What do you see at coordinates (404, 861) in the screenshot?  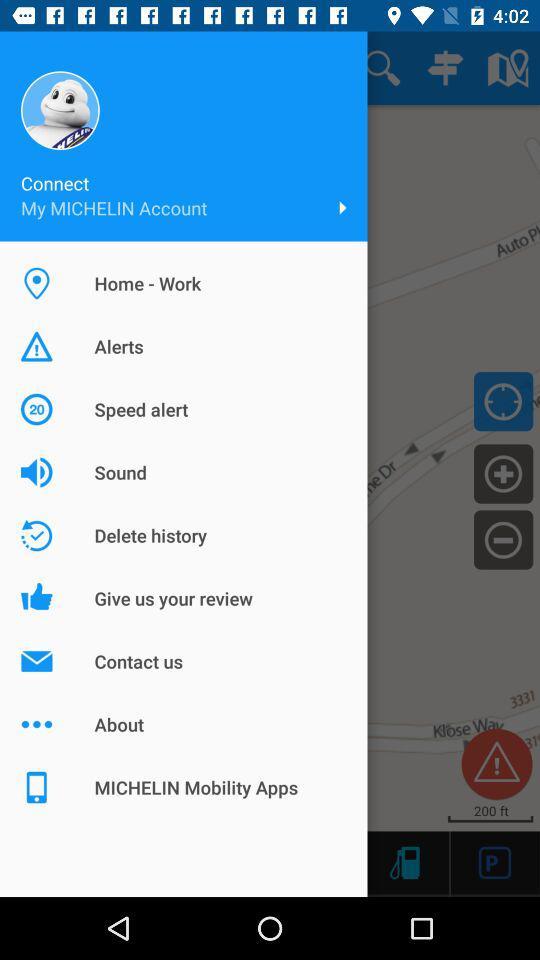 I see `gas station locations` at bounding box center [404, 861].